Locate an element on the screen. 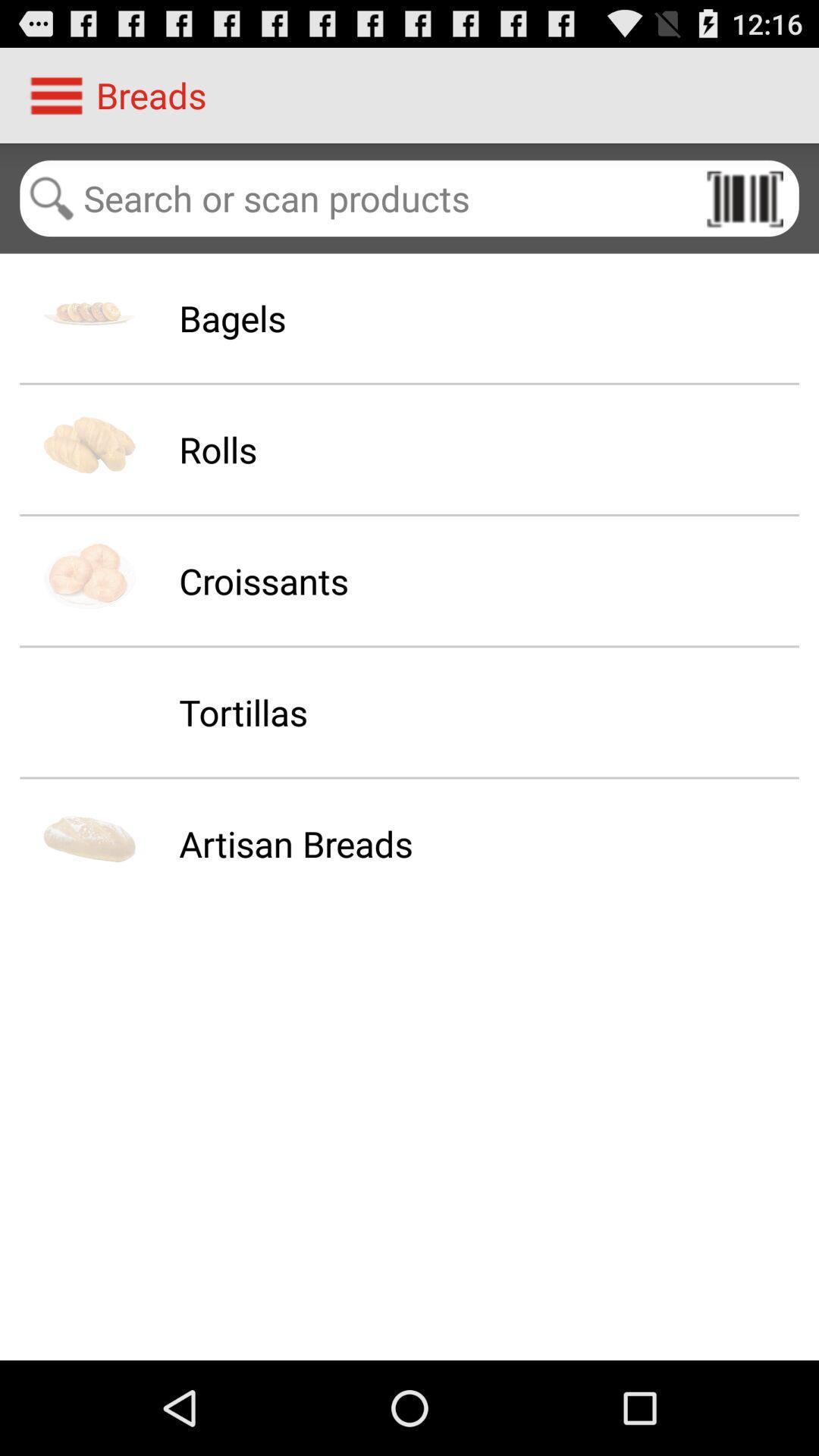  the tortillas icon is located at coordinates (242, 711).